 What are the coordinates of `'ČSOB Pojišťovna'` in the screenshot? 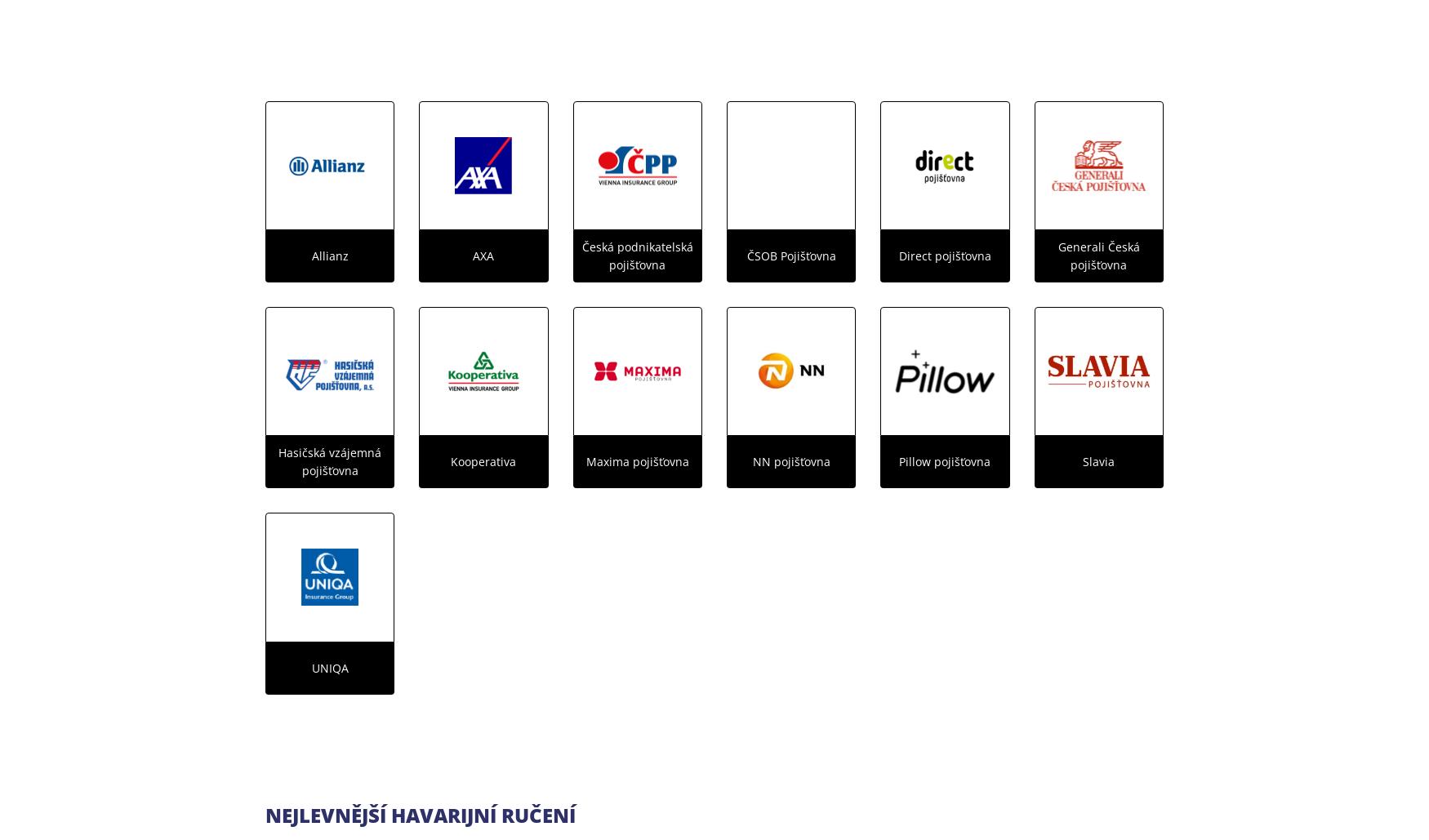 It's located at (790, 256).